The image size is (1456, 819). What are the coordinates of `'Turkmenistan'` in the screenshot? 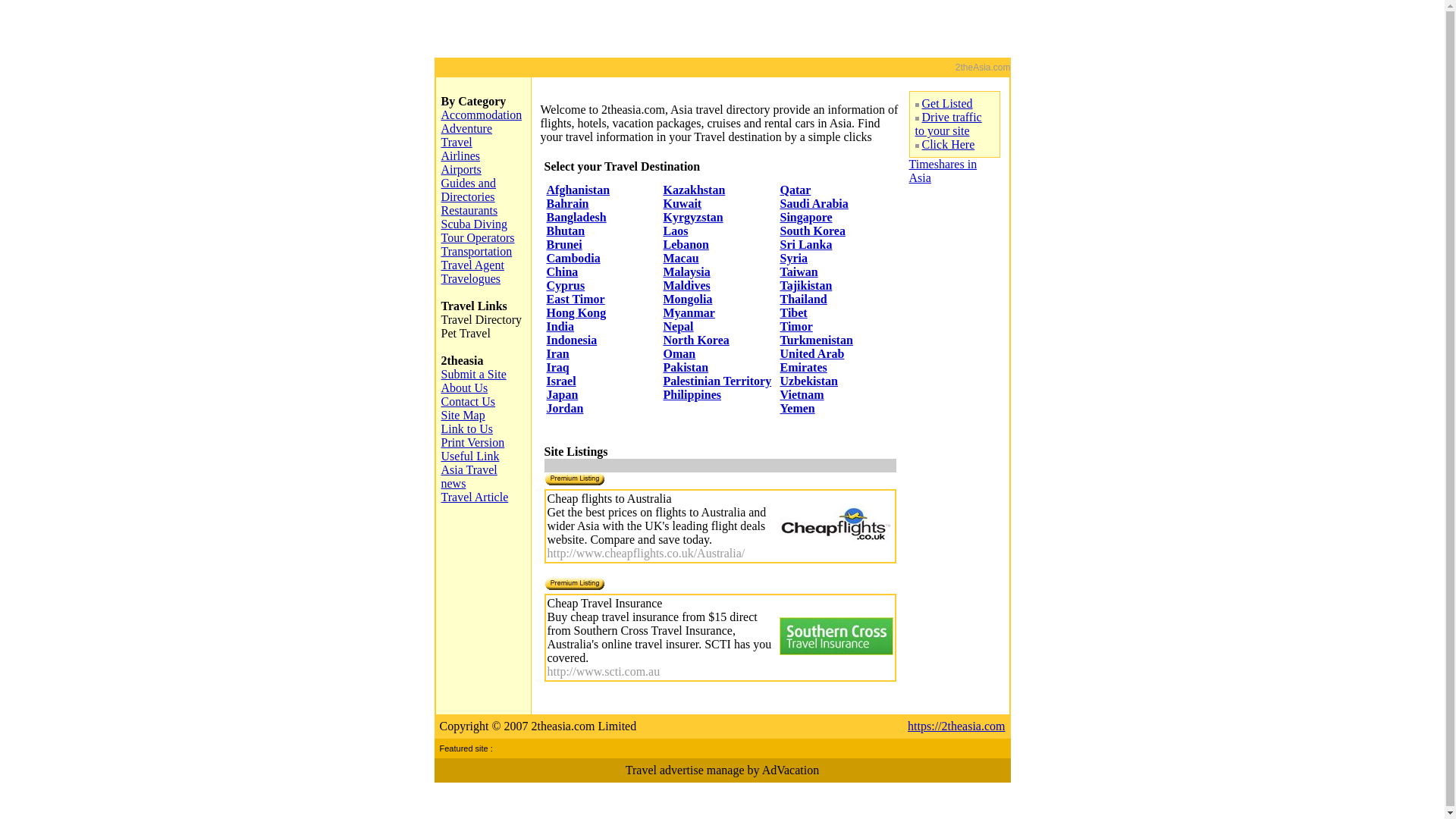 It's located at (814, 339).